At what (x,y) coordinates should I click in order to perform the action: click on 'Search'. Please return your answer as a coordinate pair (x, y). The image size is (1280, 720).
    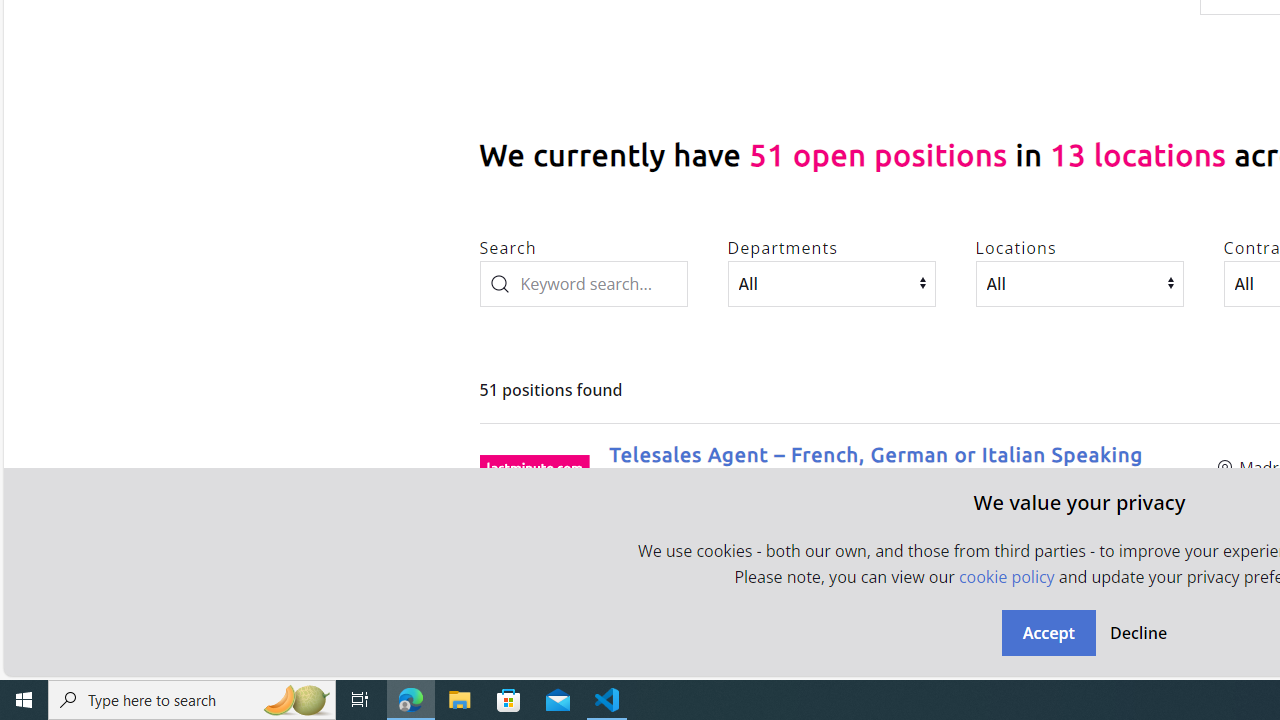
    Looking at the image, I should click on (582, 283).